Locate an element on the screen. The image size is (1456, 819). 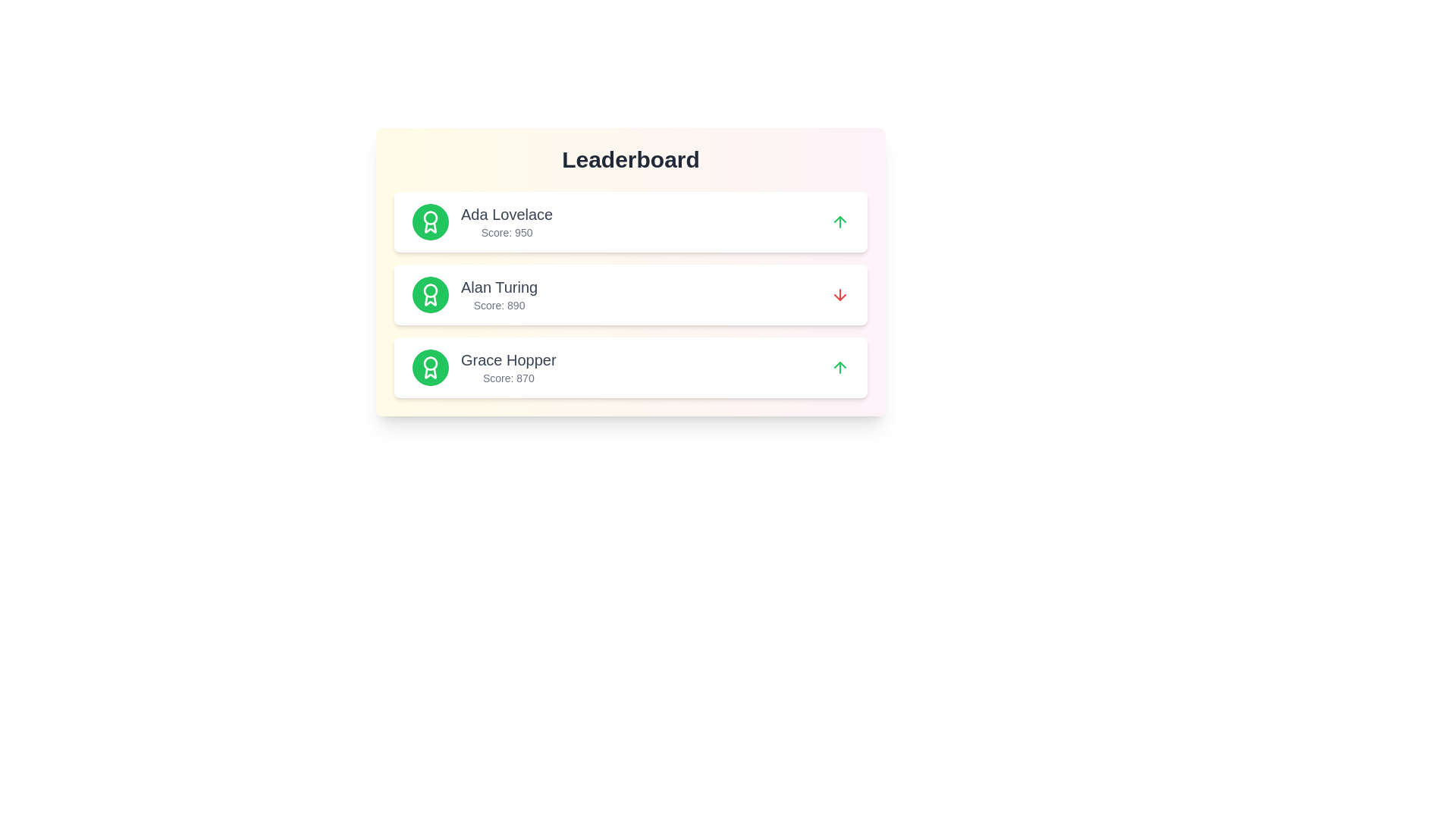
the leaderboard entry for Ada Lovelace is located at coordinates (630, 222).